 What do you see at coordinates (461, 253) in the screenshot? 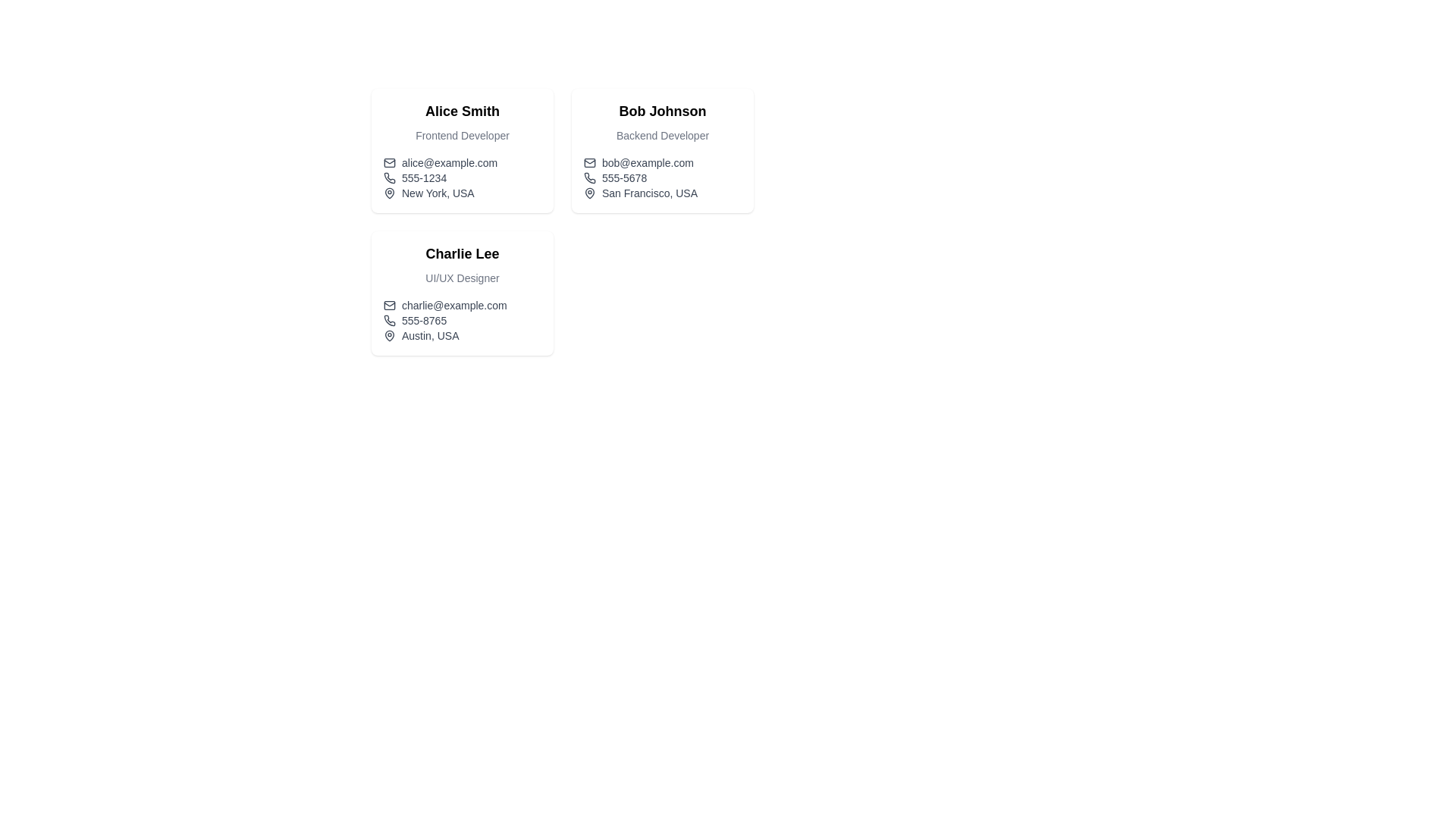
I see `the Text label representing the name of the individual featured in the middle card of the bottom row within a grid of cards` at bounding box center [461, 253].